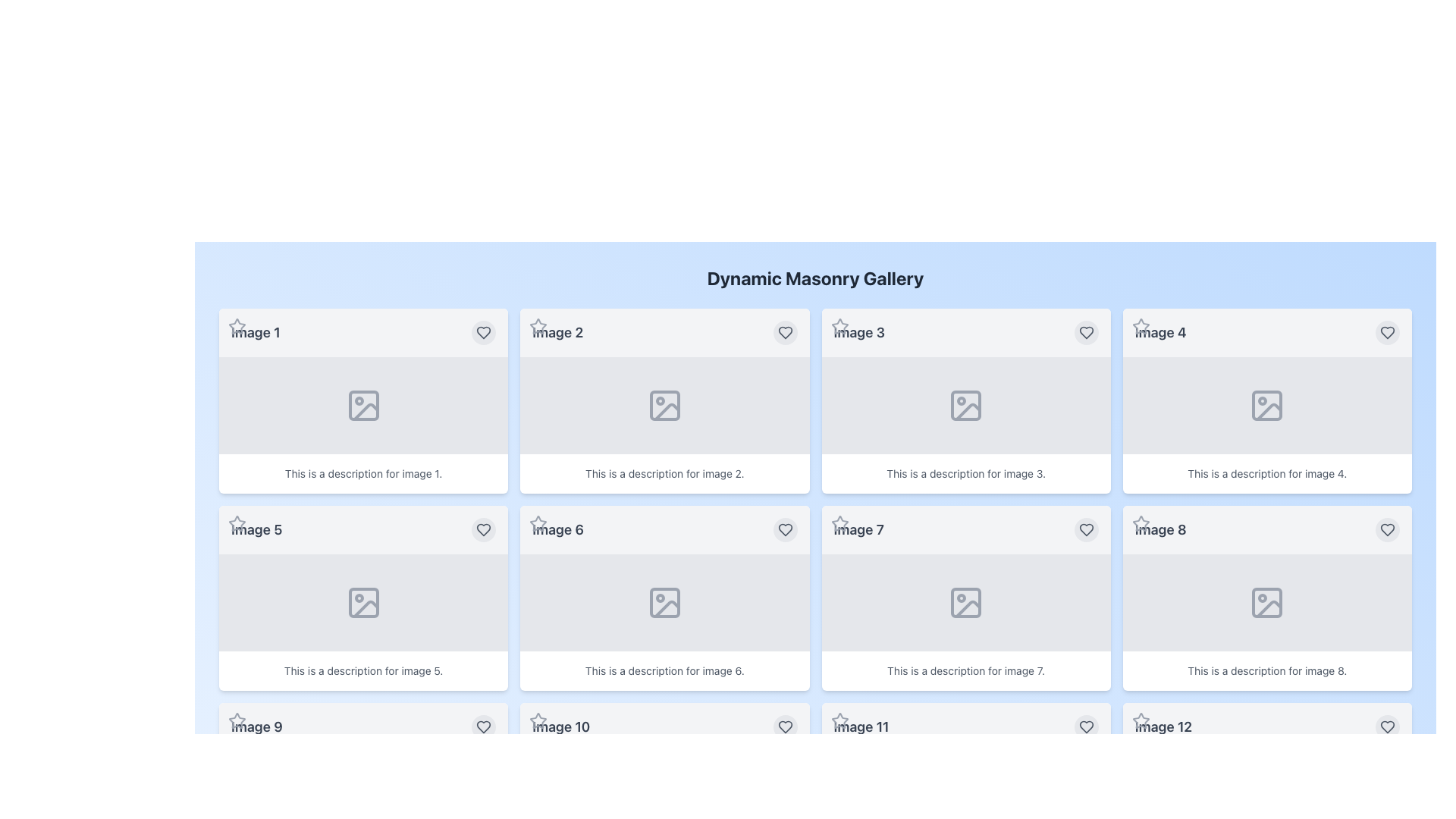 The image size is (1456, 819). Describe the element at coordinates (667, 608) in the screenshot. I see `the decorative vector graphic representing a mountain in the sixth box of the gallery grid, located in the bottom half of the icon` at that location.